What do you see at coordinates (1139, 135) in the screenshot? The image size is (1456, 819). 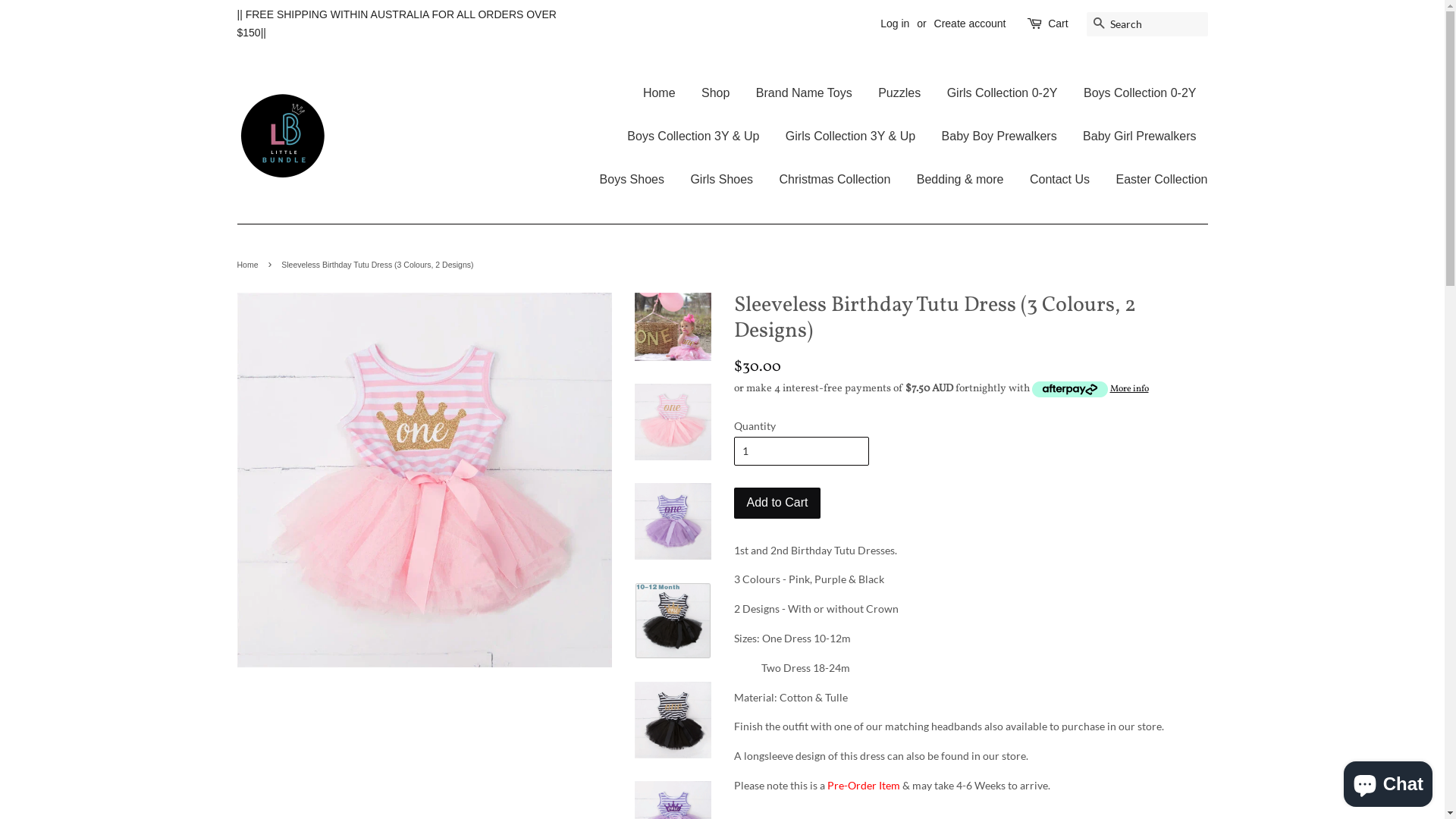 I see `'Baby Girl Prewalkers'` at bounding box center [1139, 135].